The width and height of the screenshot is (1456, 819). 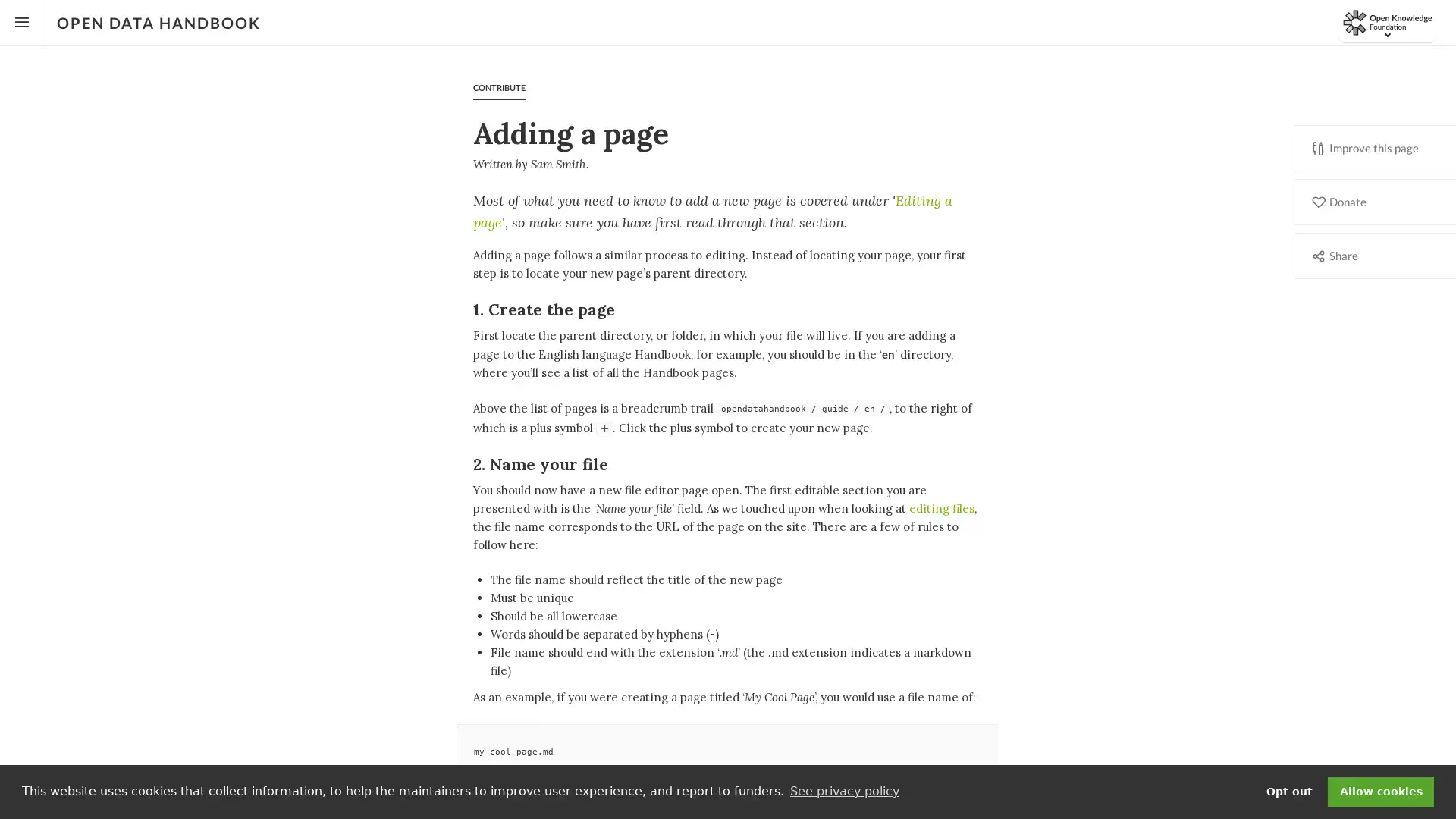 What do you see at coordinates (1288, 791) in the screenshot?
I see `deny cookies` at bounding box center [1288, 791].